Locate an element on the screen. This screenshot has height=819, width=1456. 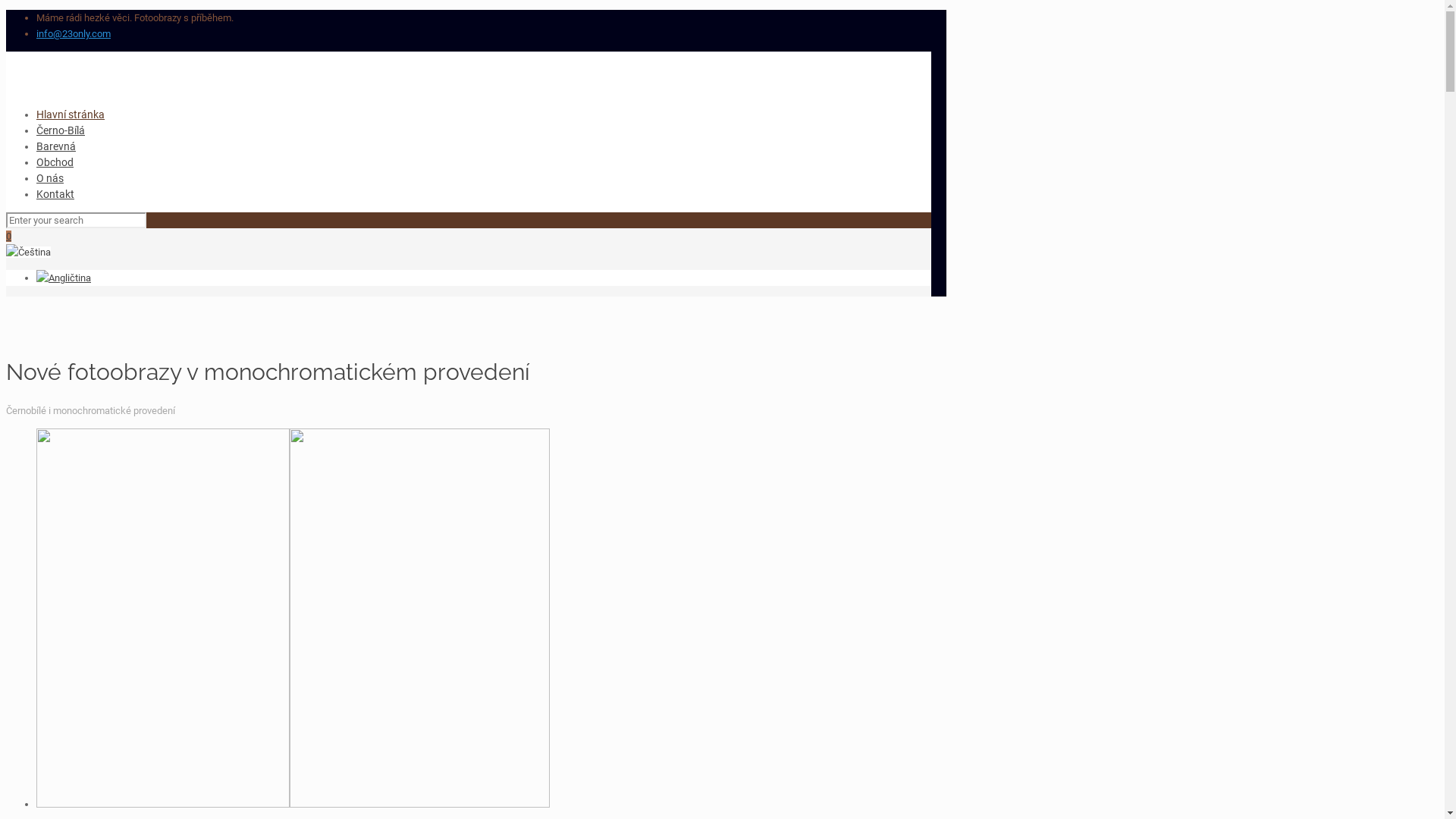
'info@23only.com' is located at coordinates (72, 33).